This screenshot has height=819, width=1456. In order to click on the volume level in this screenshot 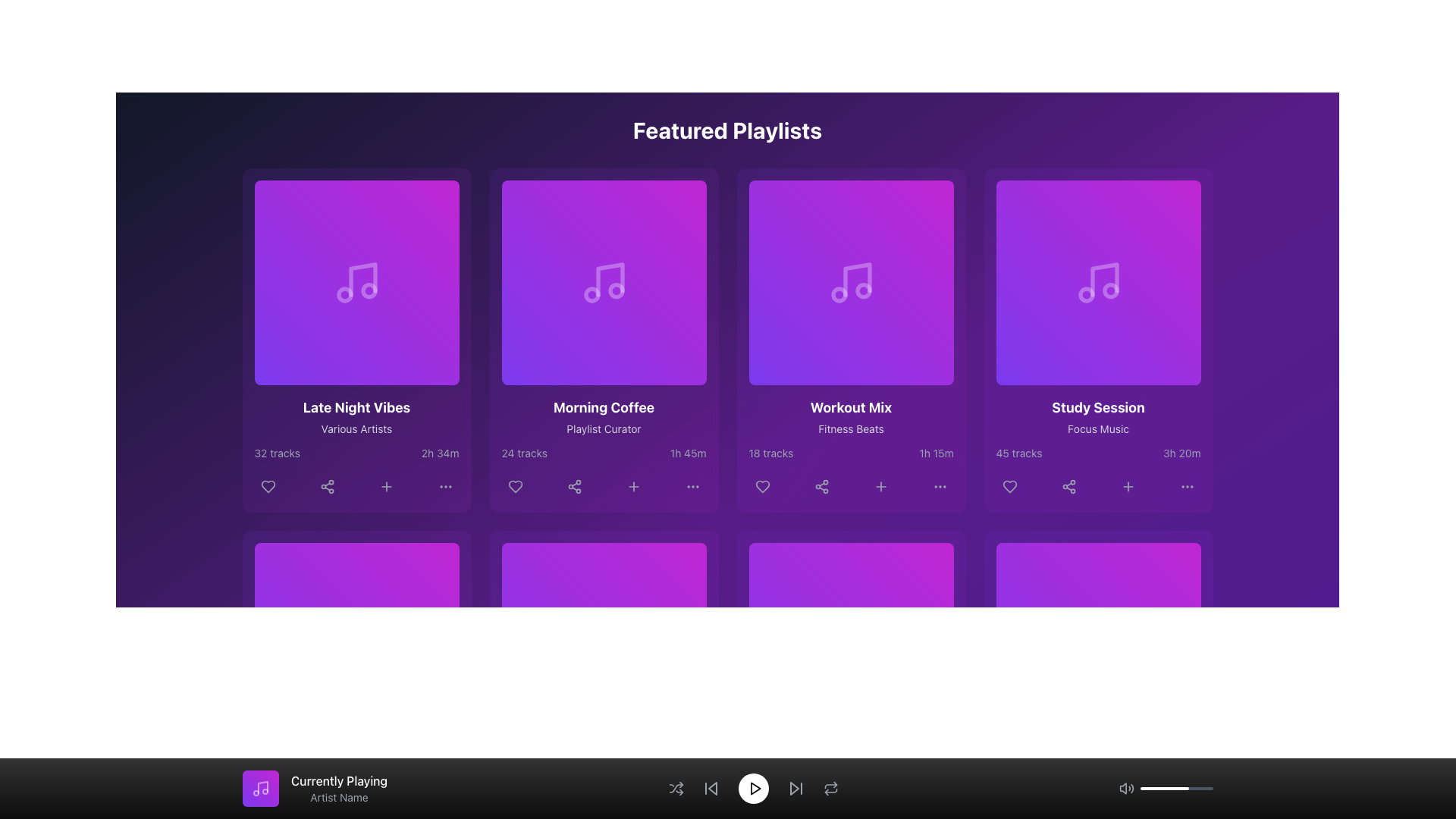, I will do `click(1156, 788)`.